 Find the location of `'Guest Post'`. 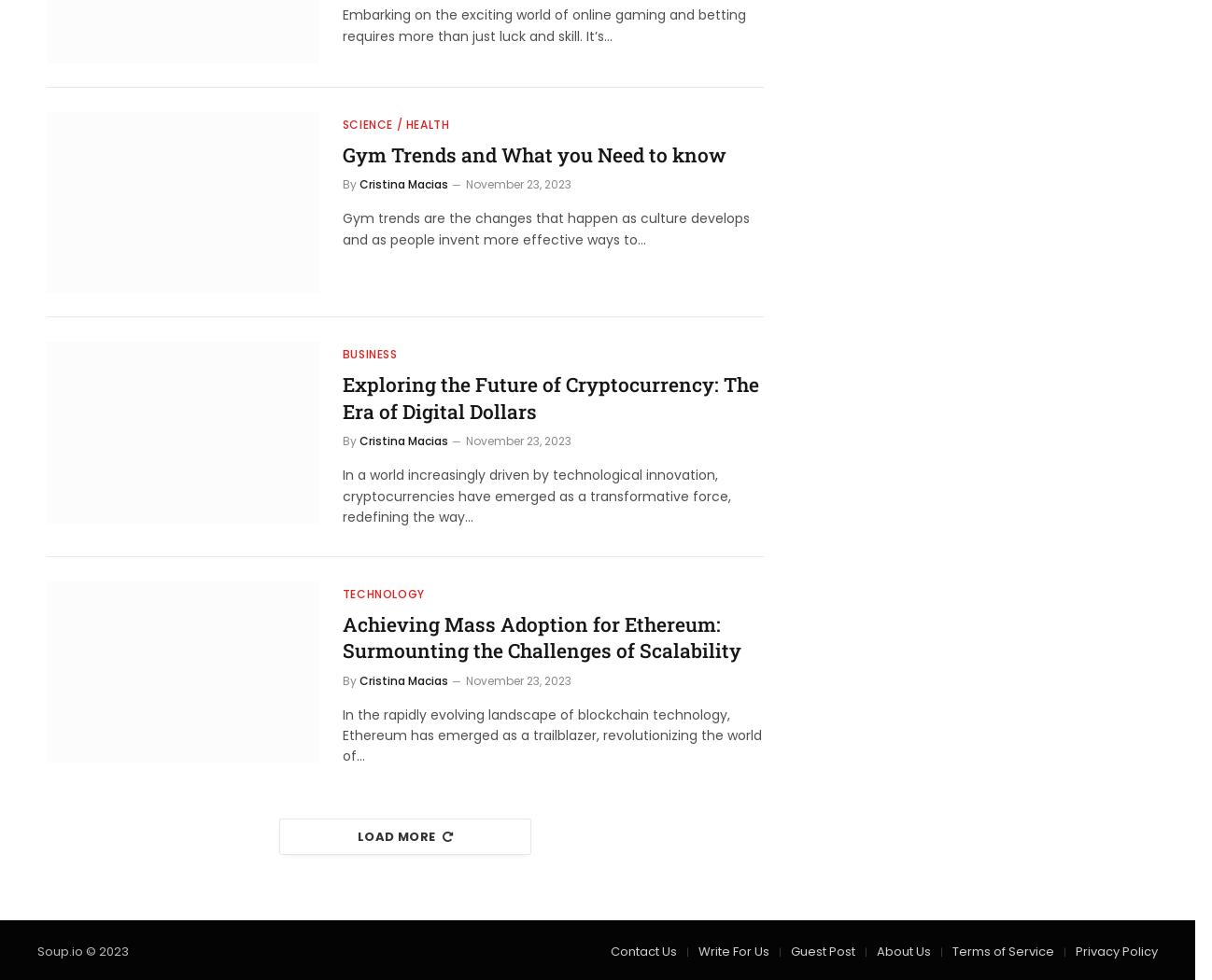

'Guest Post' is located at coordinates (823, 949).